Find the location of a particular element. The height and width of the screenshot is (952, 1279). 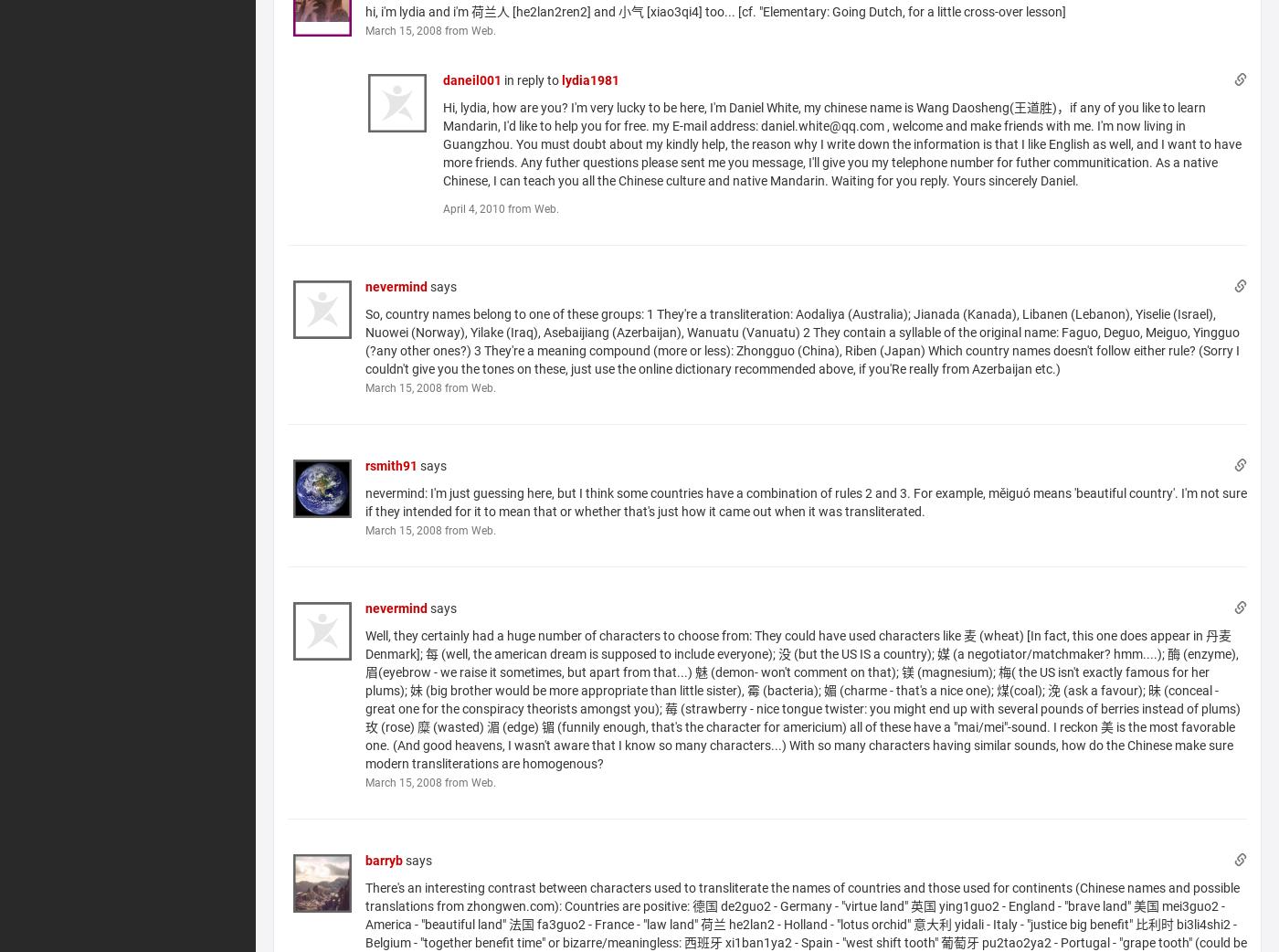

'in reply to' is located at coordinates (531, 79).